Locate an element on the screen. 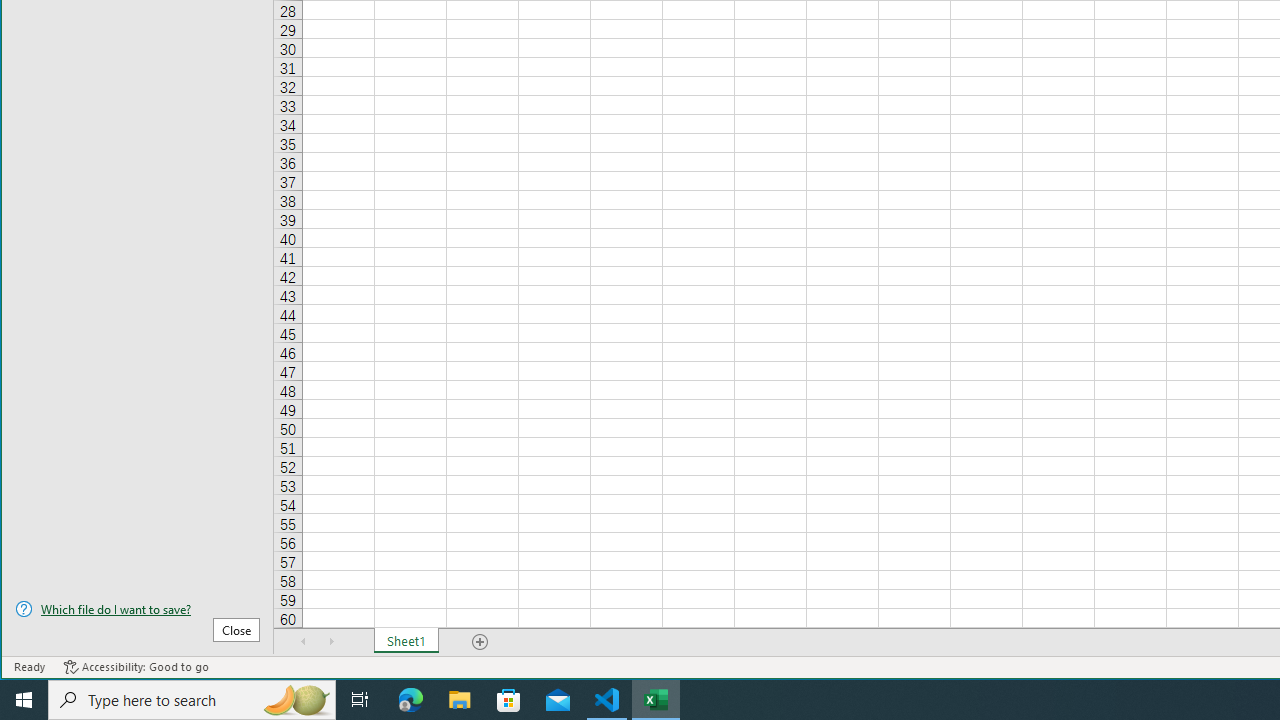 Image resolution: width=1280 pixels, height=720 pixels. 'File Explorer' is located at coordinates (459, 698).